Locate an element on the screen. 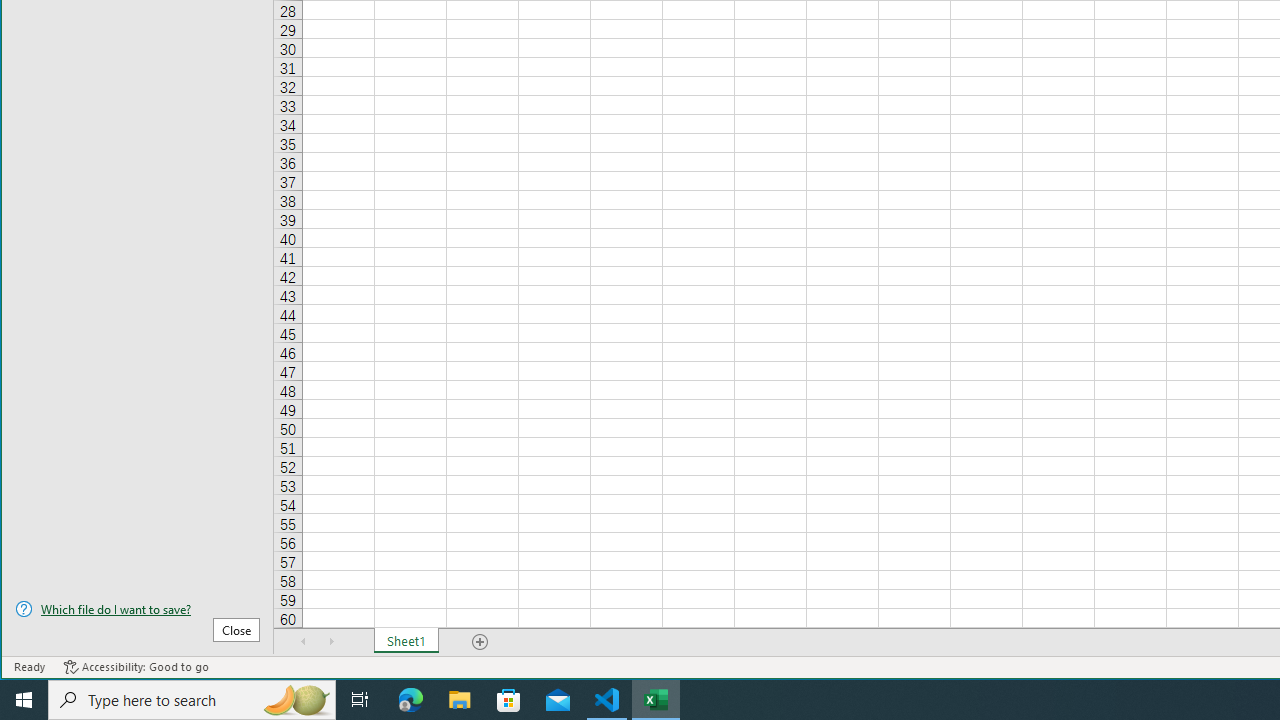 Image resolution: width=1280 pixels, height=720 pixels. 'File Explorer' is located at coordinates (459, 698).